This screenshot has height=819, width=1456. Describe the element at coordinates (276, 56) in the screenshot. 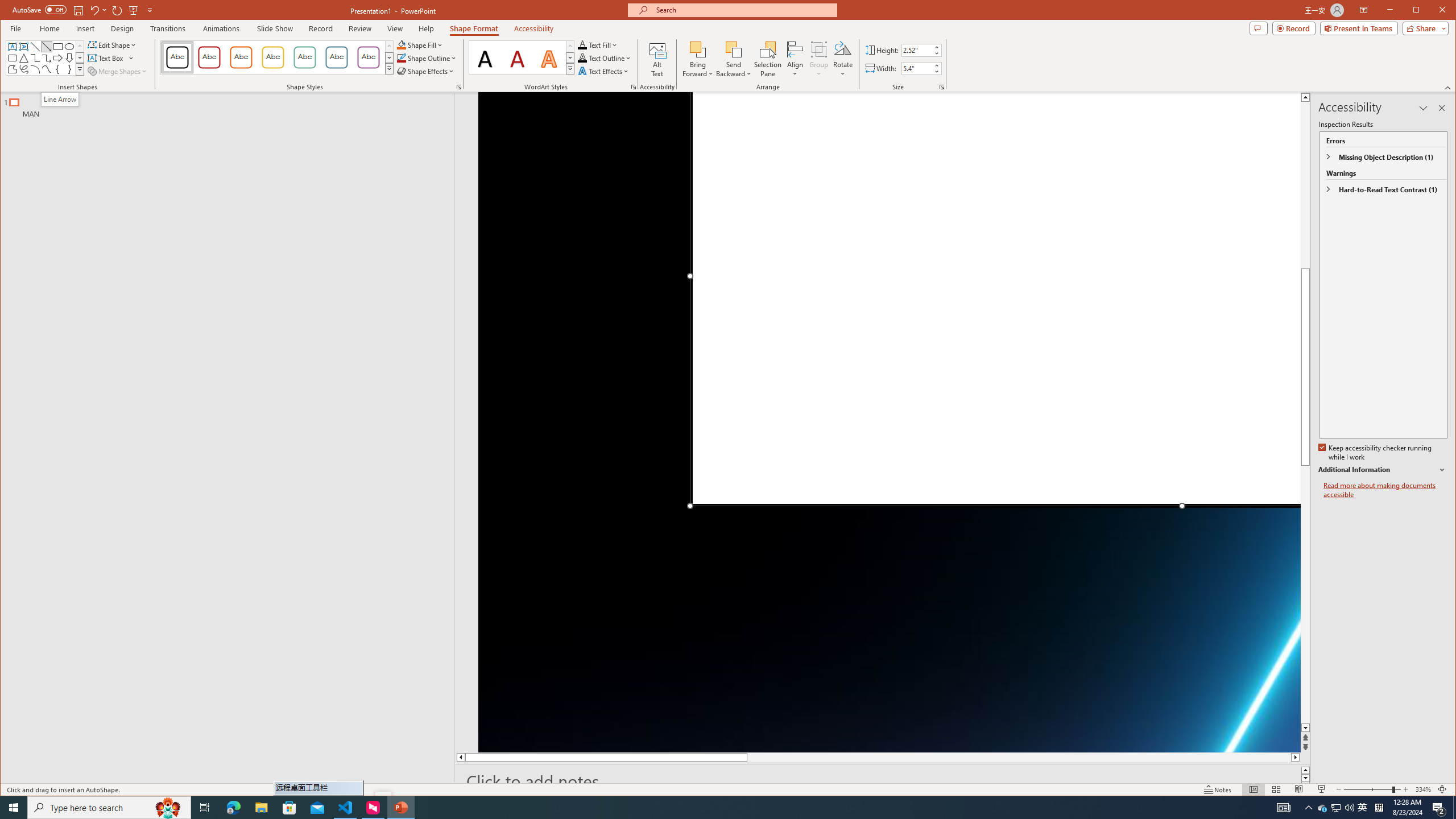

I see `'AutomationID: ShapeStylesGallery'` at that location.